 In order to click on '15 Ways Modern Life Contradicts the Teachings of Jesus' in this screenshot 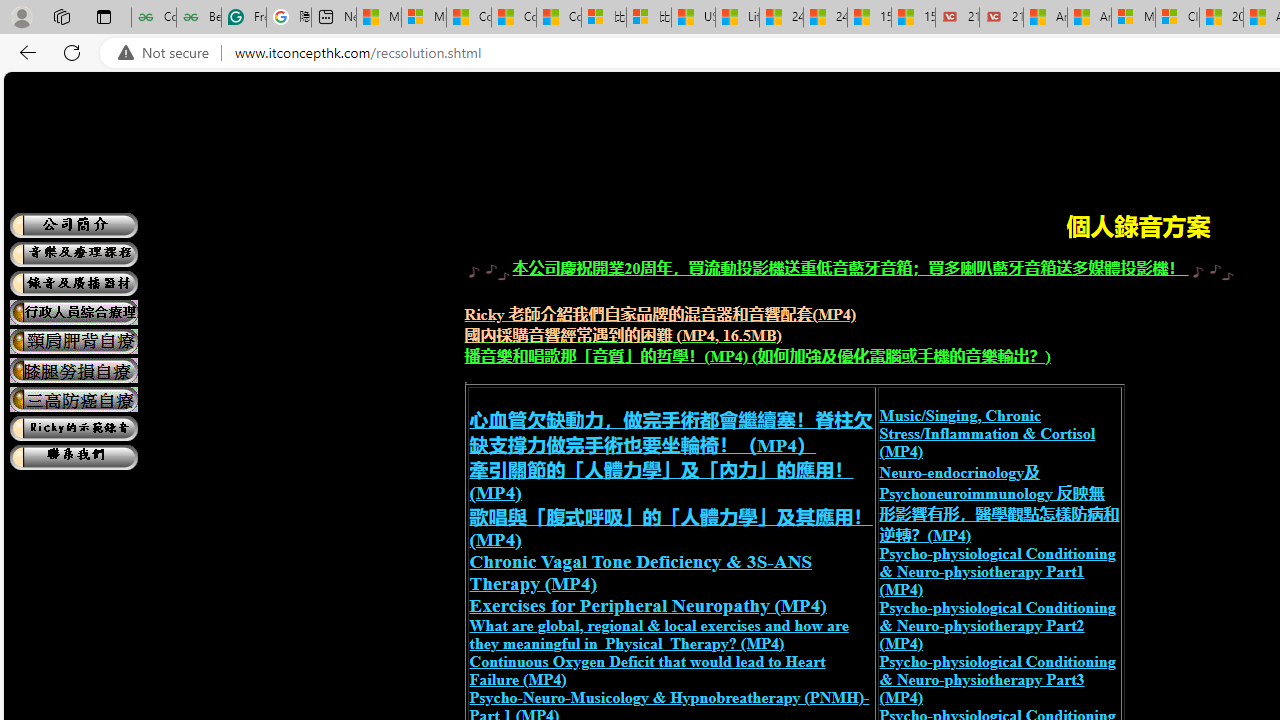, I will do `click(912, 17)`.